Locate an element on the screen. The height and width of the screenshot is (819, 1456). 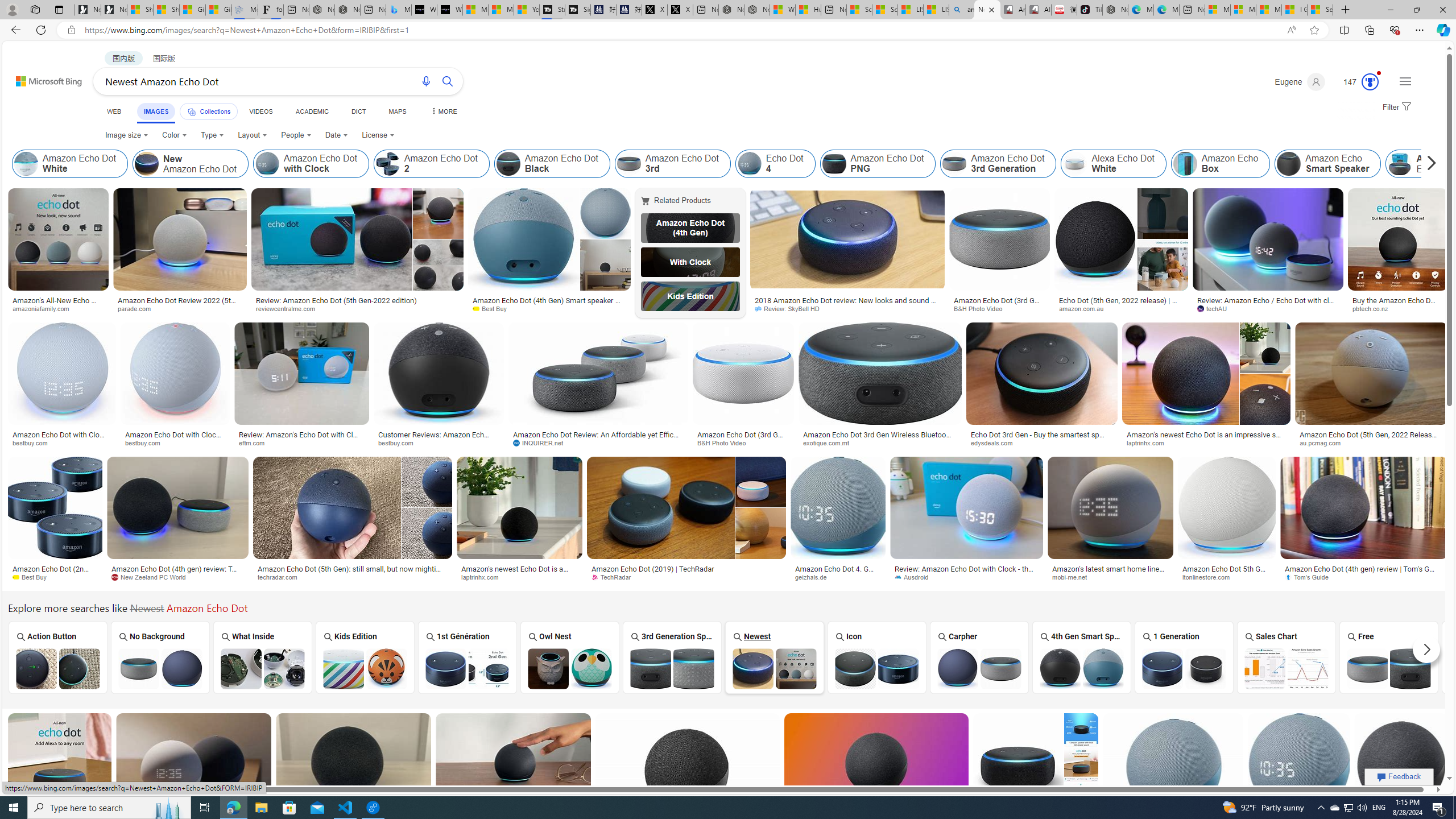
'Ausdroid' is located at coordinates (965, 577).